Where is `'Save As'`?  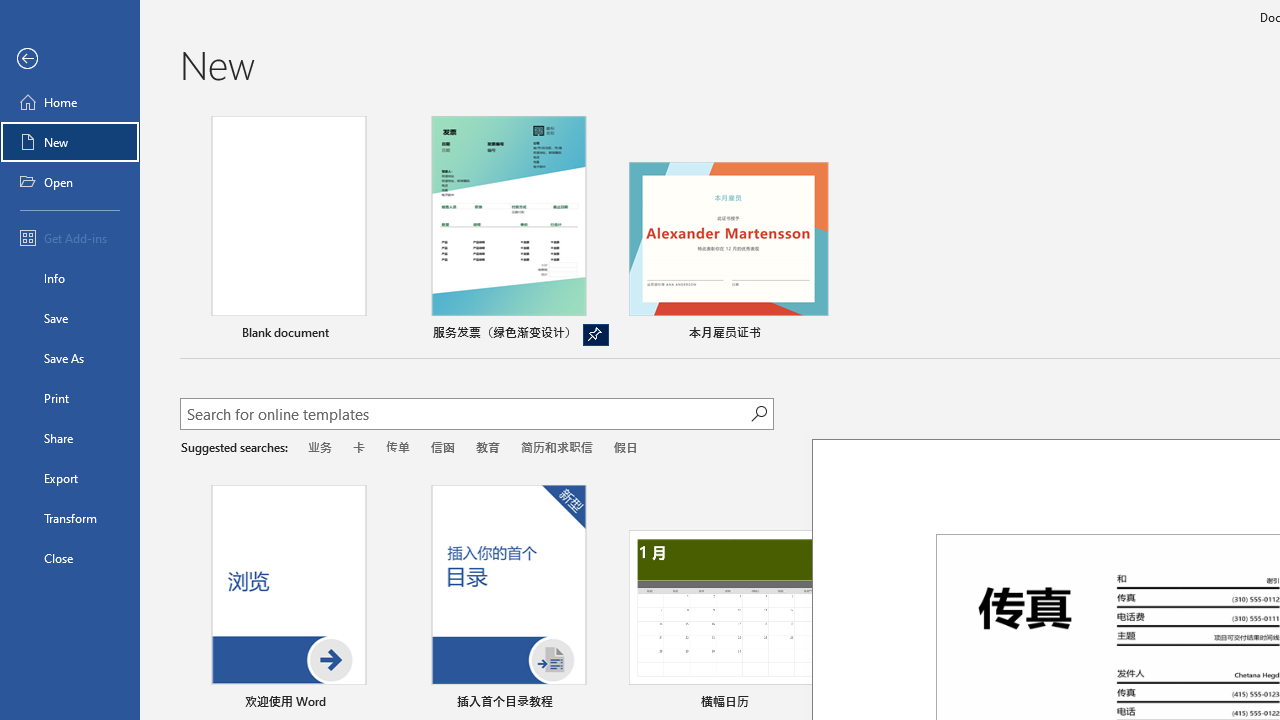
'Save As' is located at coordinates (69, 356).